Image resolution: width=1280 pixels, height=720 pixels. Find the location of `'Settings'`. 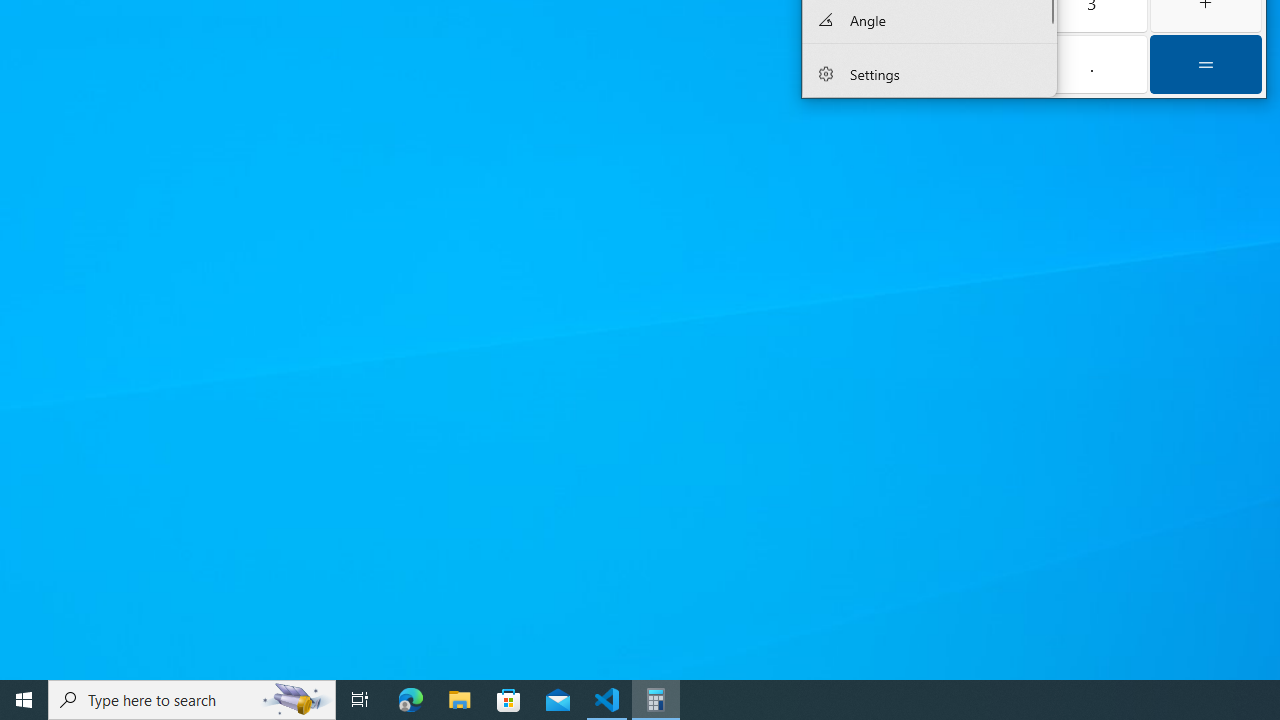

'Settings' is located at coordinates (928, 73).